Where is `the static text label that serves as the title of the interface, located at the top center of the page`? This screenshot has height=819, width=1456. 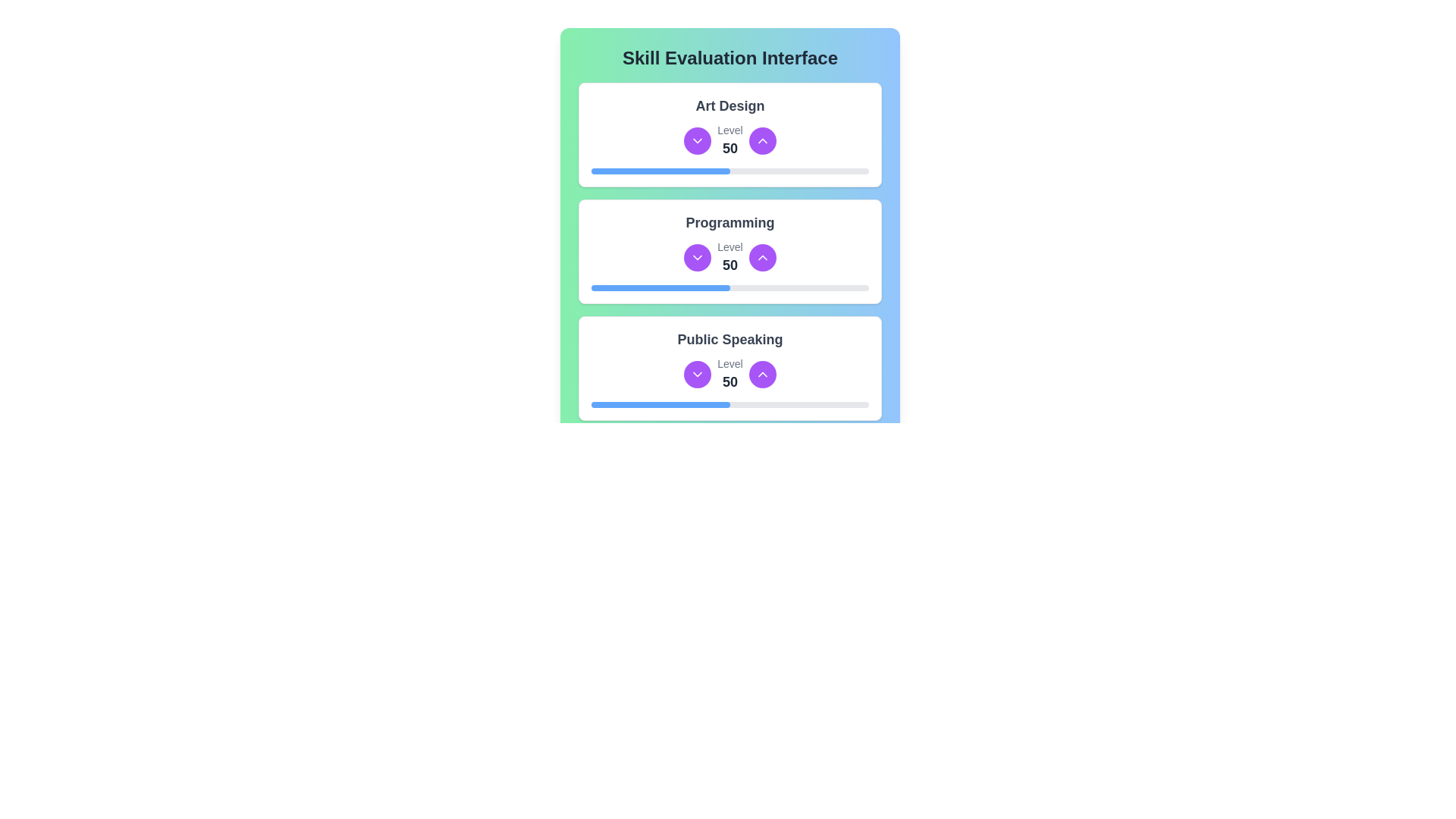 the static text label that serves as the title of the interface, located at the top center of the page is located at coordinates (730, 58).